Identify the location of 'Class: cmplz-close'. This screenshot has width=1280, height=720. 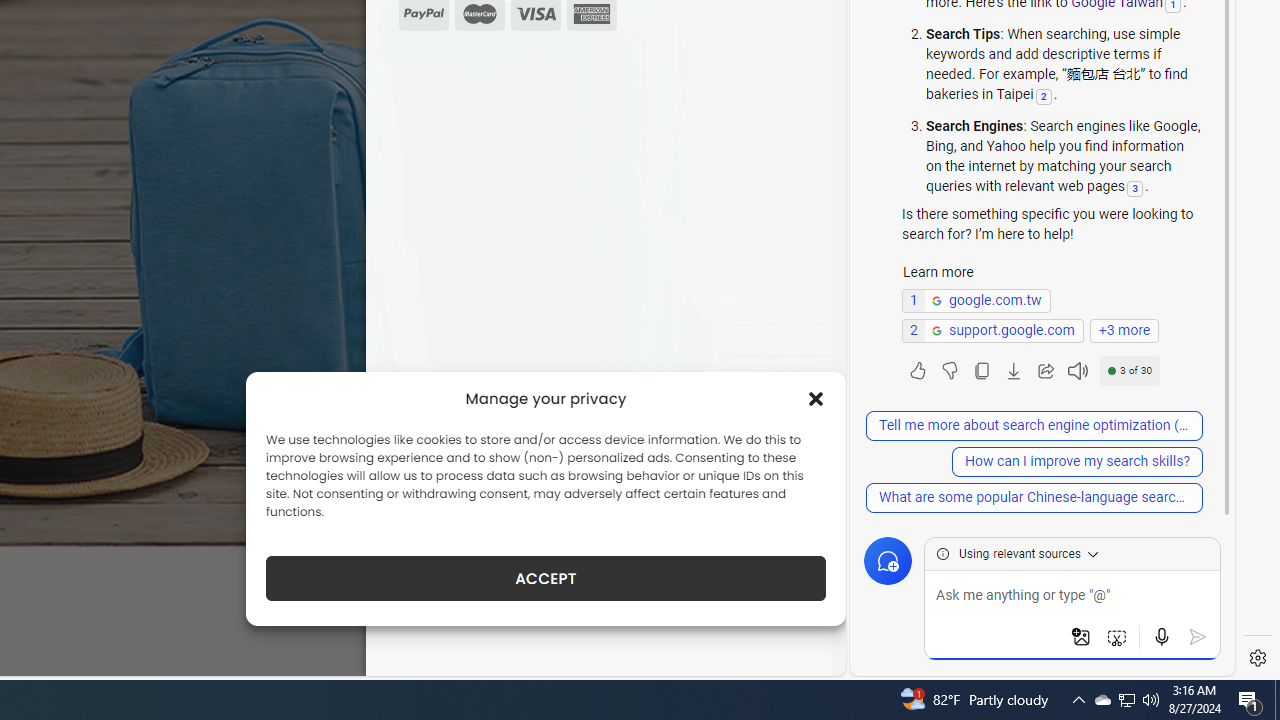
(816, 398).